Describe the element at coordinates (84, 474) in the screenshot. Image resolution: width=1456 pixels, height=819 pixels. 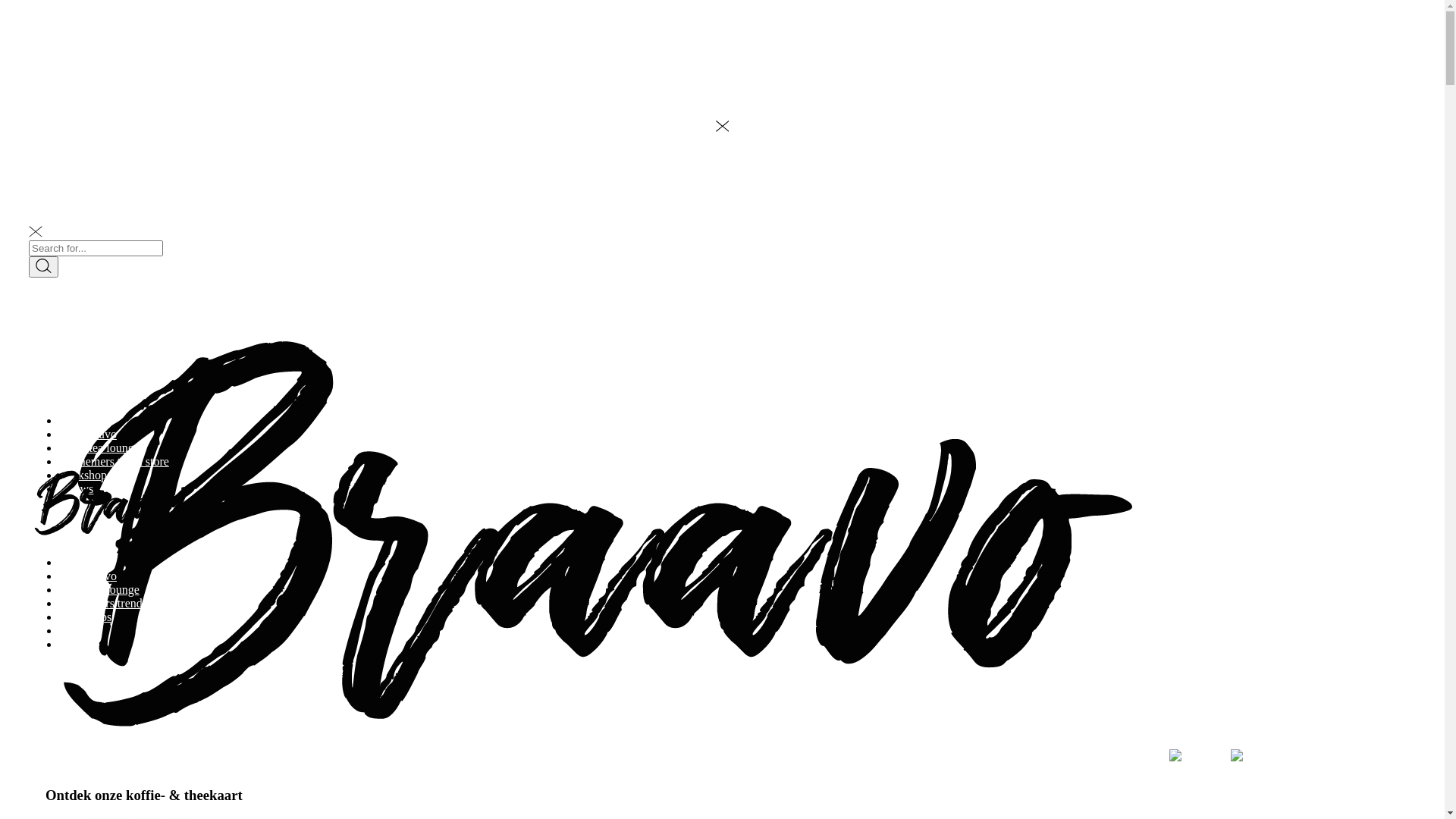
I see `'workshops'` at that location.